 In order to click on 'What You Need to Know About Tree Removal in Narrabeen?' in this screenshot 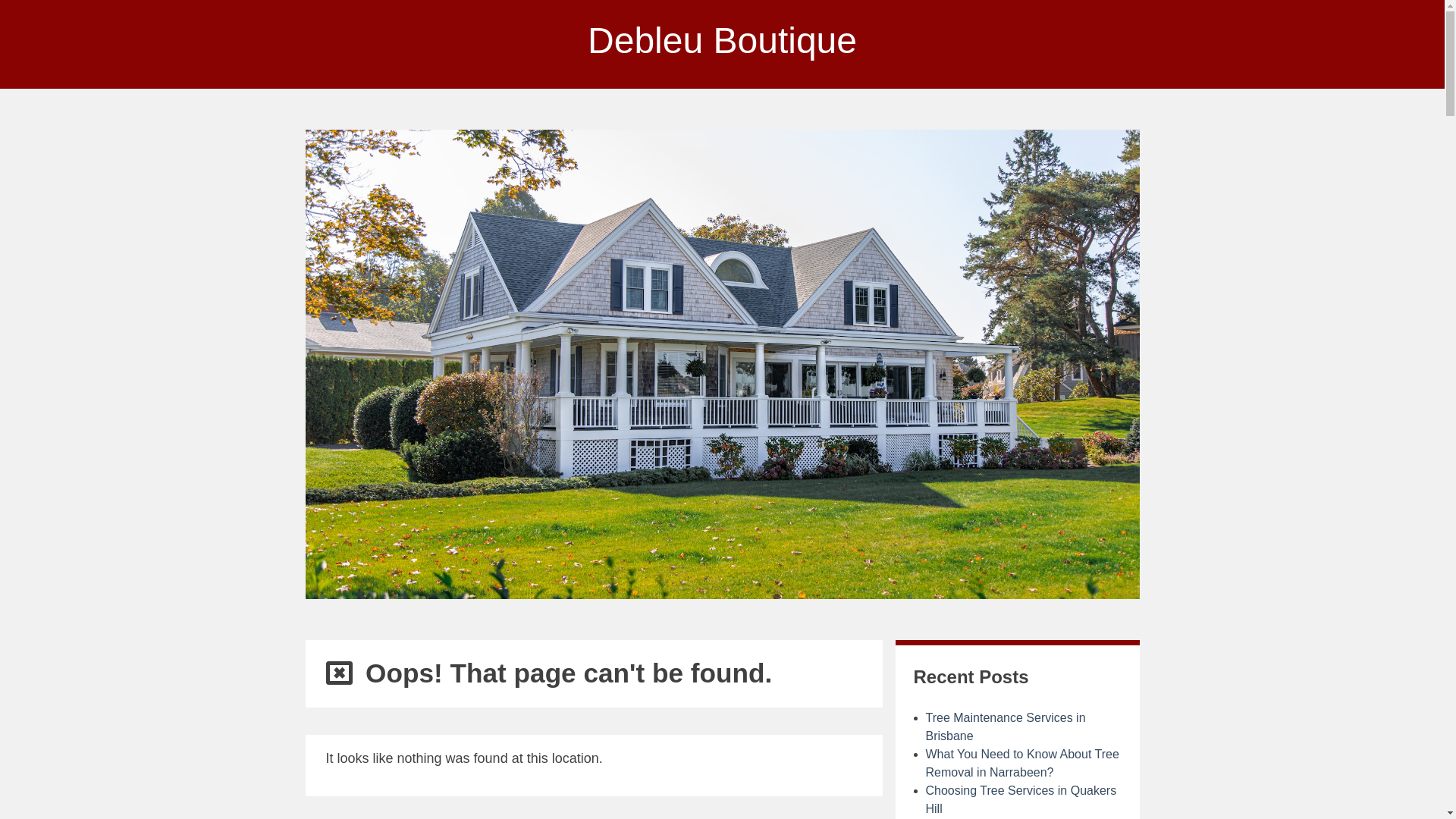, I will do `click(1021, 763)`.